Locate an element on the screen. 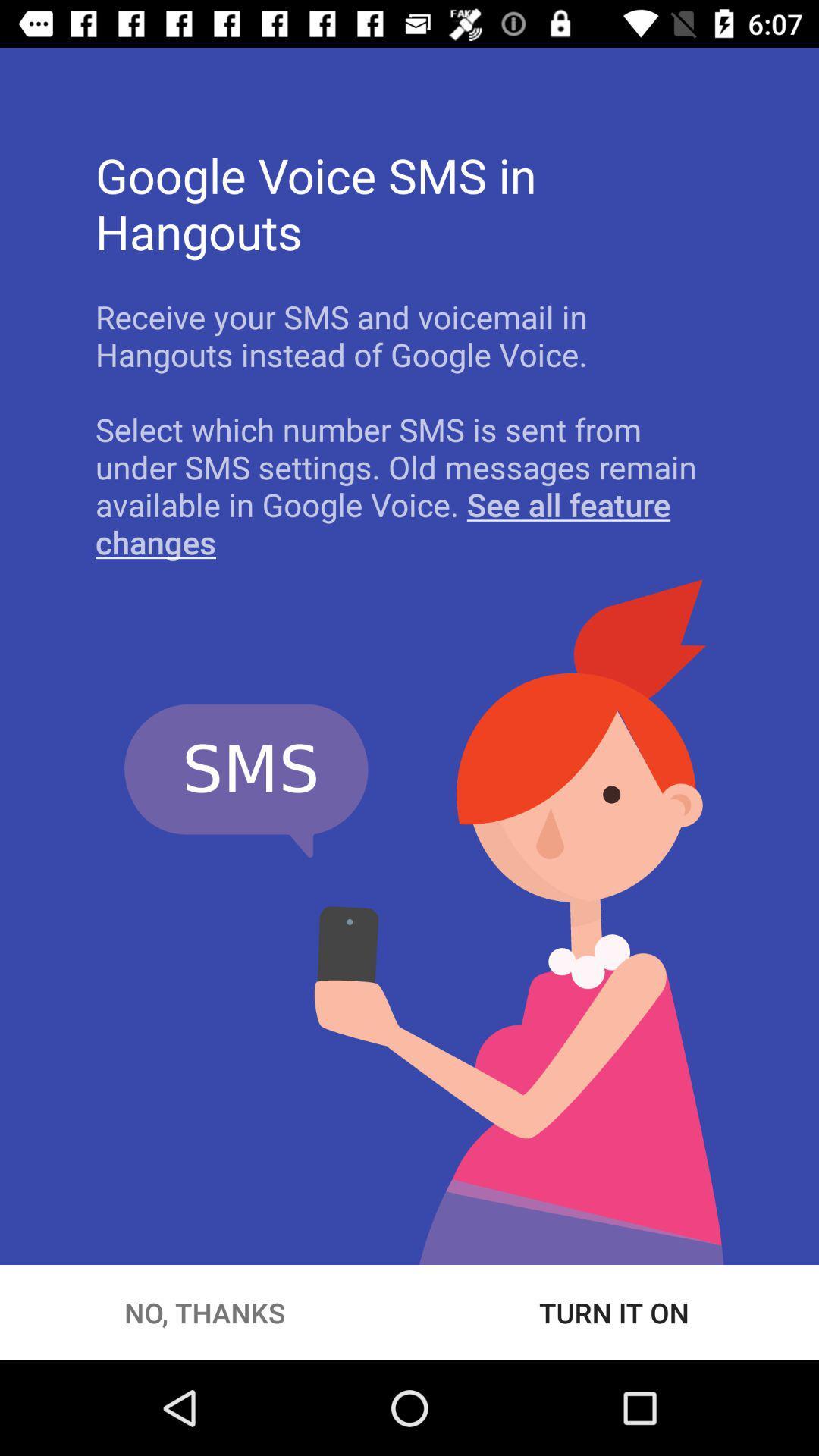  the item next to no, thanks is located at coordinates (614, 1312).